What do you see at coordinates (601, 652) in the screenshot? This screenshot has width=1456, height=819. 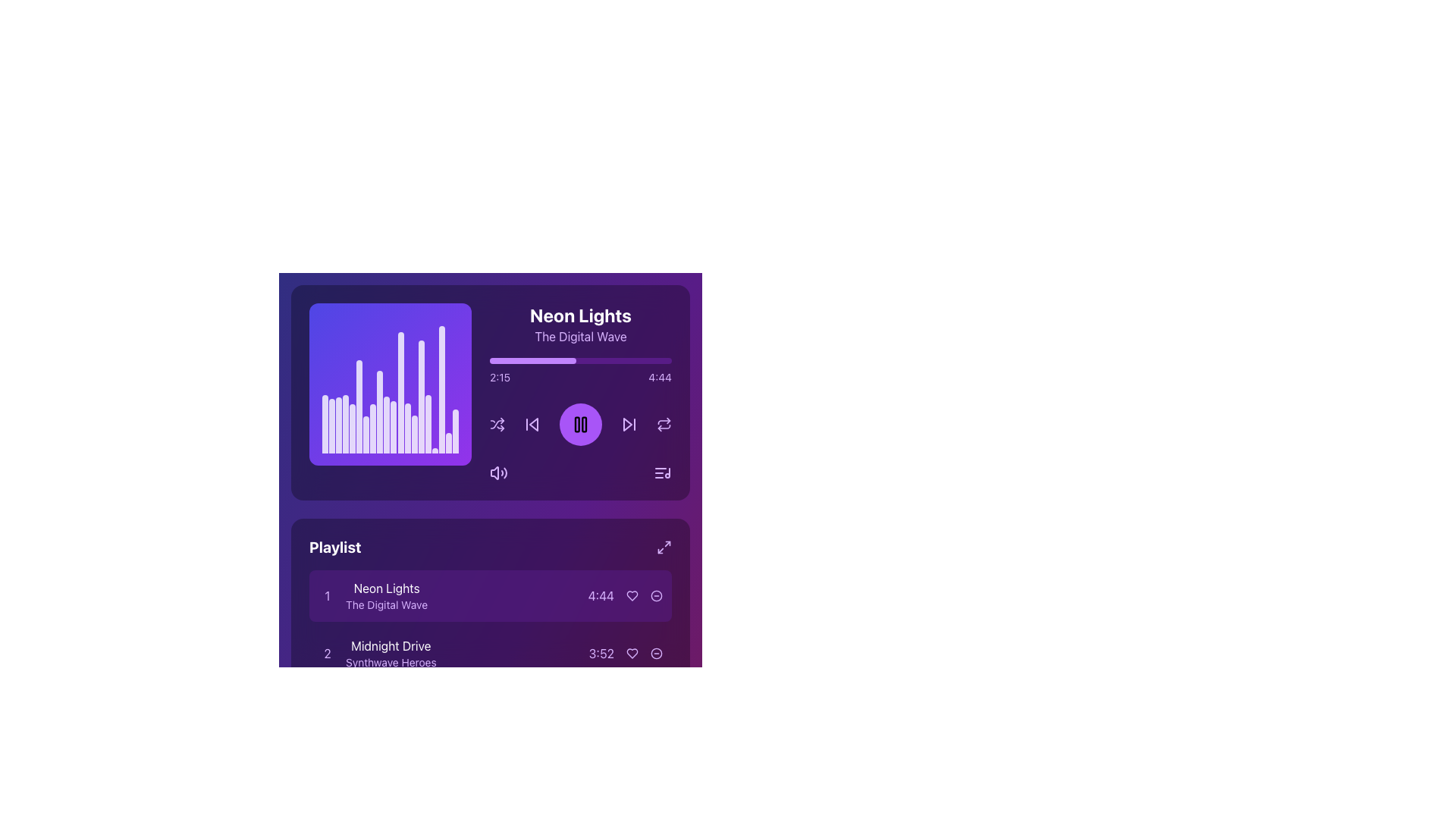 I see `the text label displaying '3:52', which is located in the bottom-right corner of the 'Playlist' section, adjacent to the song 'Midnight Drive'` at bounding box center [601, 652].